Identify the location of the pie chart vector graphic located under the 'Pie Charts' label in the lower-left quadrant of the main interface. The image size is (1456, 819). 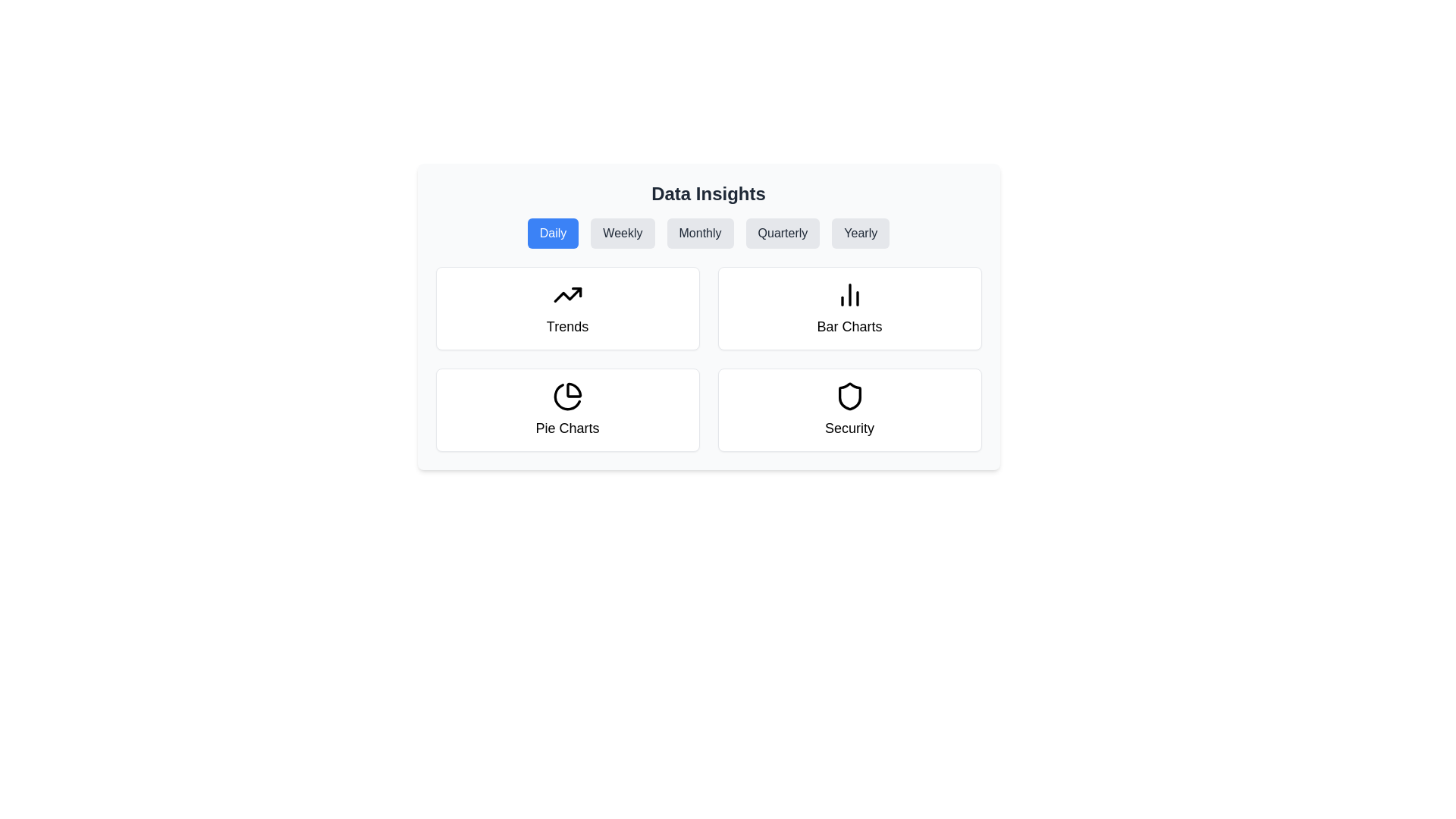
(566, 396).